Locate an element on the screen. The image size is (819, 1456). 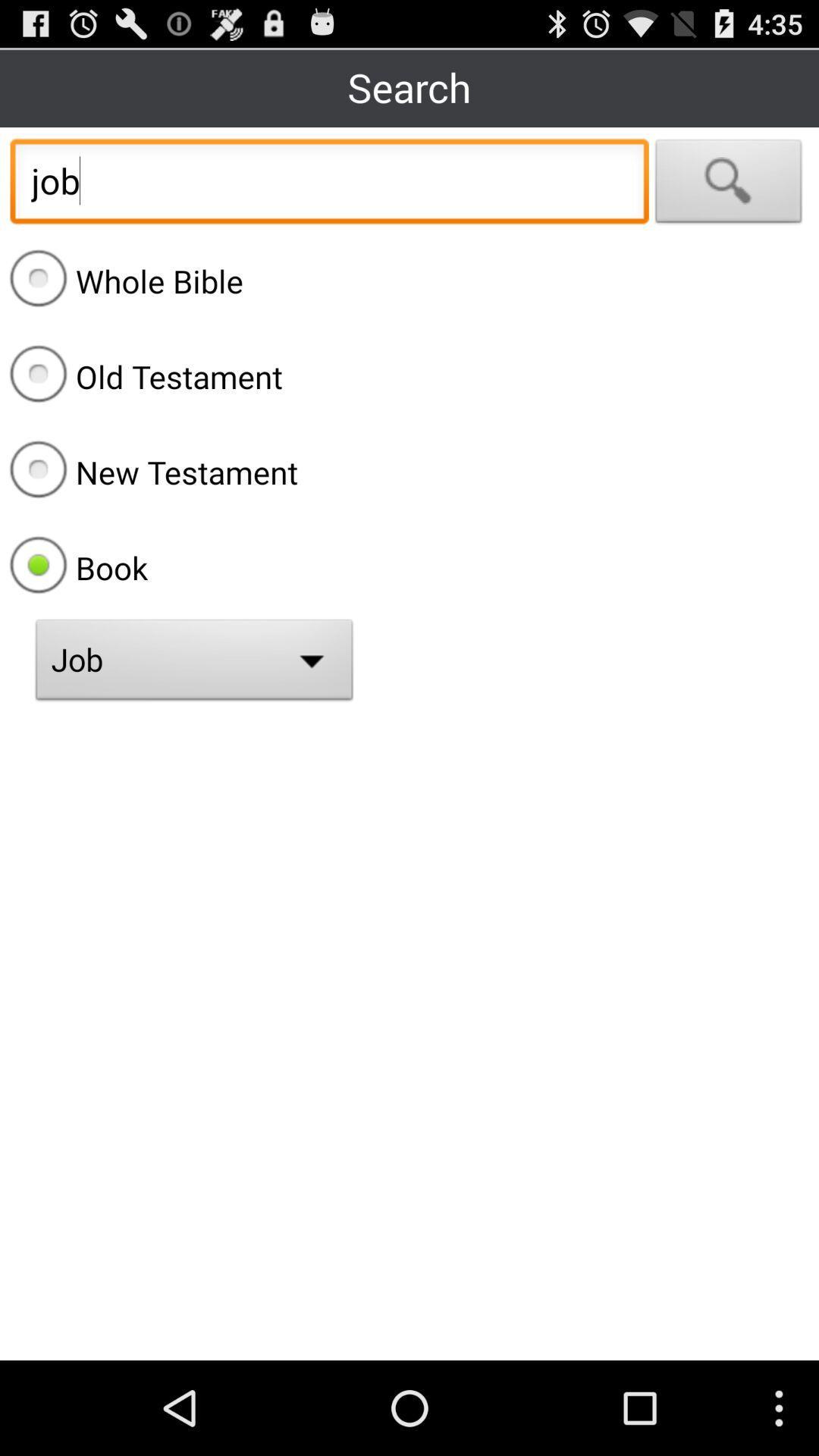
the search icon is located at coordinates (728, 197).